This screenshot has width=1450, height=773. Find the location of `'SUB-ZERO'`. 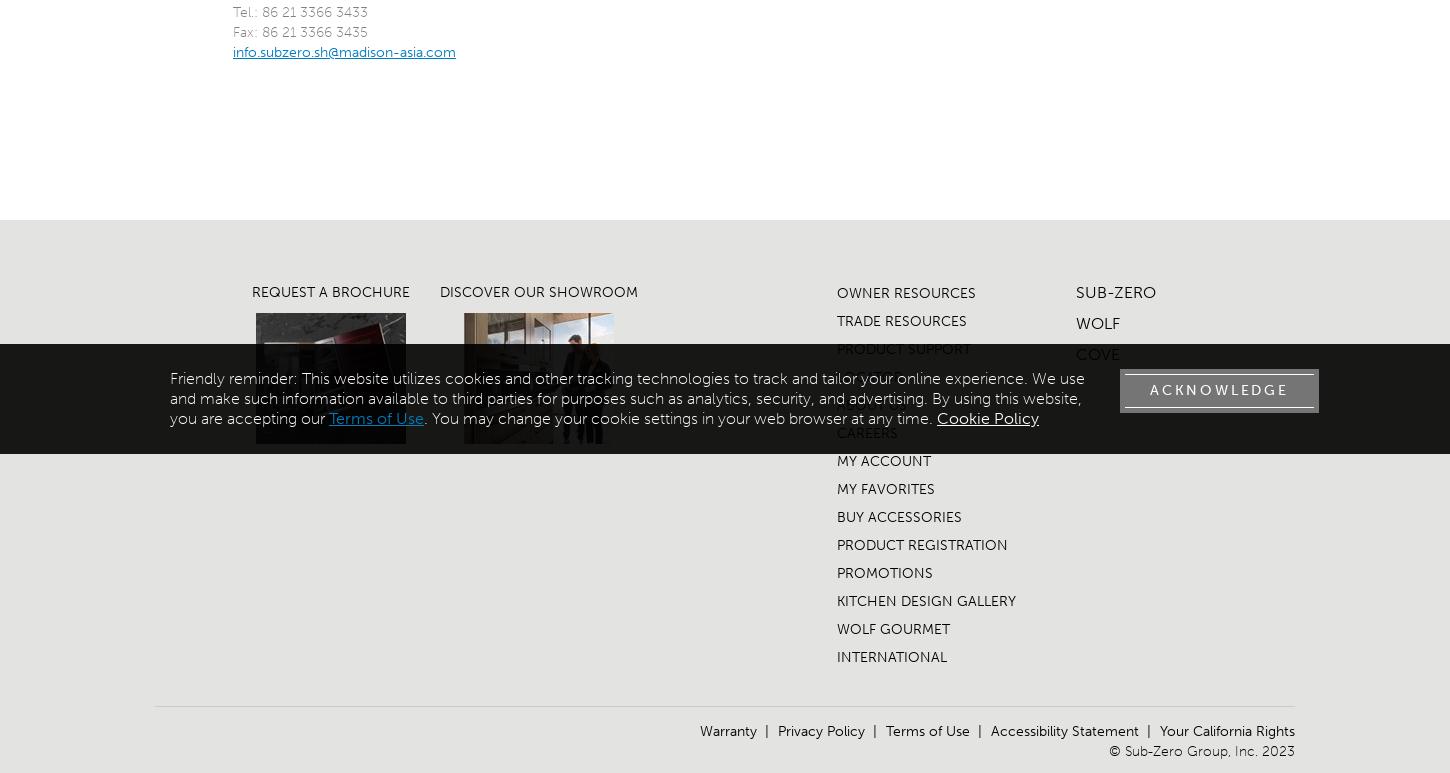

'SUB-ZERO' is located at coordinates (1115, 292).